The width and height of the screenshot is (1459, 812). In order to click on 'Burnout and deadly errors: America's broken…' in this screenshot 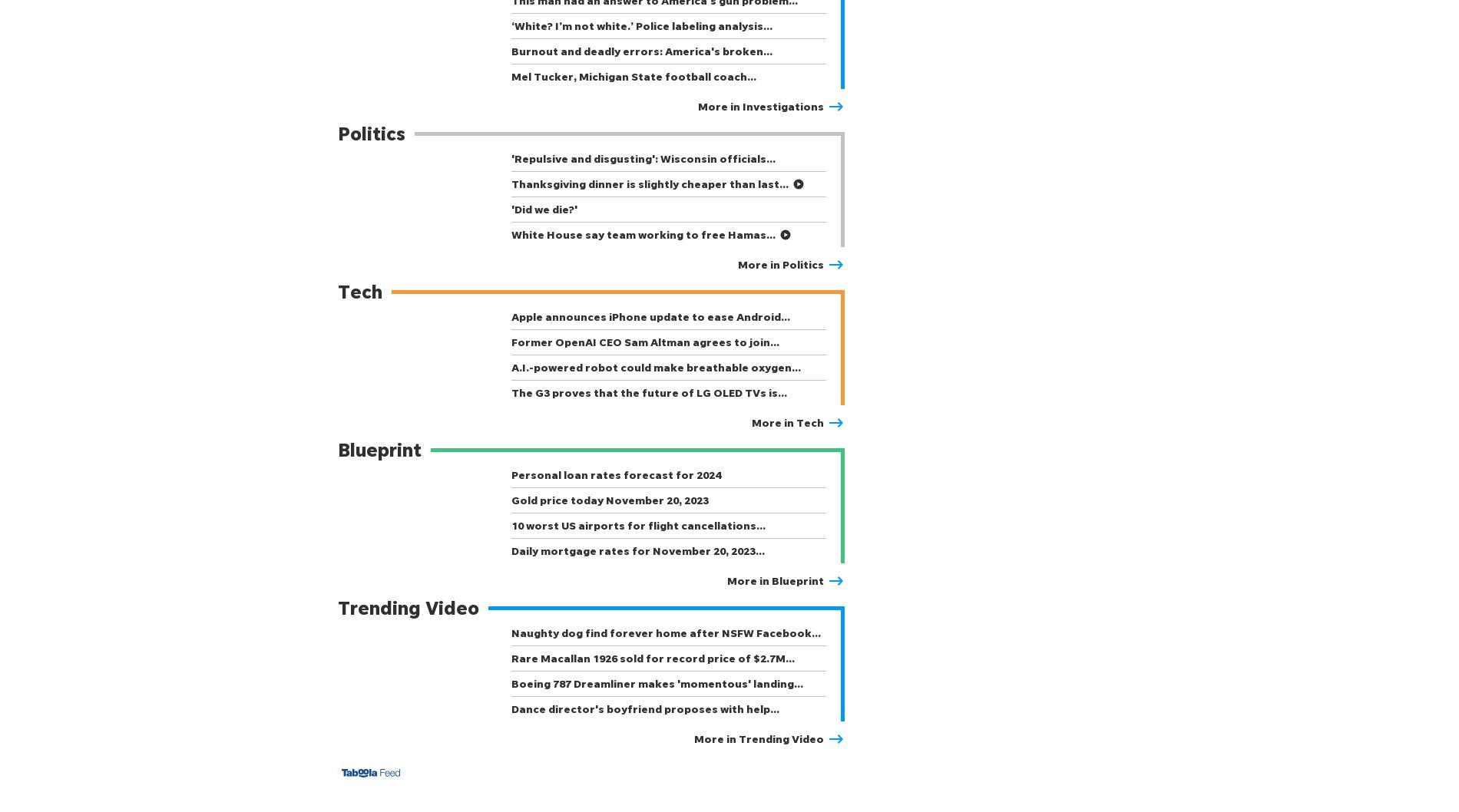, I will do `click(641, 51)`.